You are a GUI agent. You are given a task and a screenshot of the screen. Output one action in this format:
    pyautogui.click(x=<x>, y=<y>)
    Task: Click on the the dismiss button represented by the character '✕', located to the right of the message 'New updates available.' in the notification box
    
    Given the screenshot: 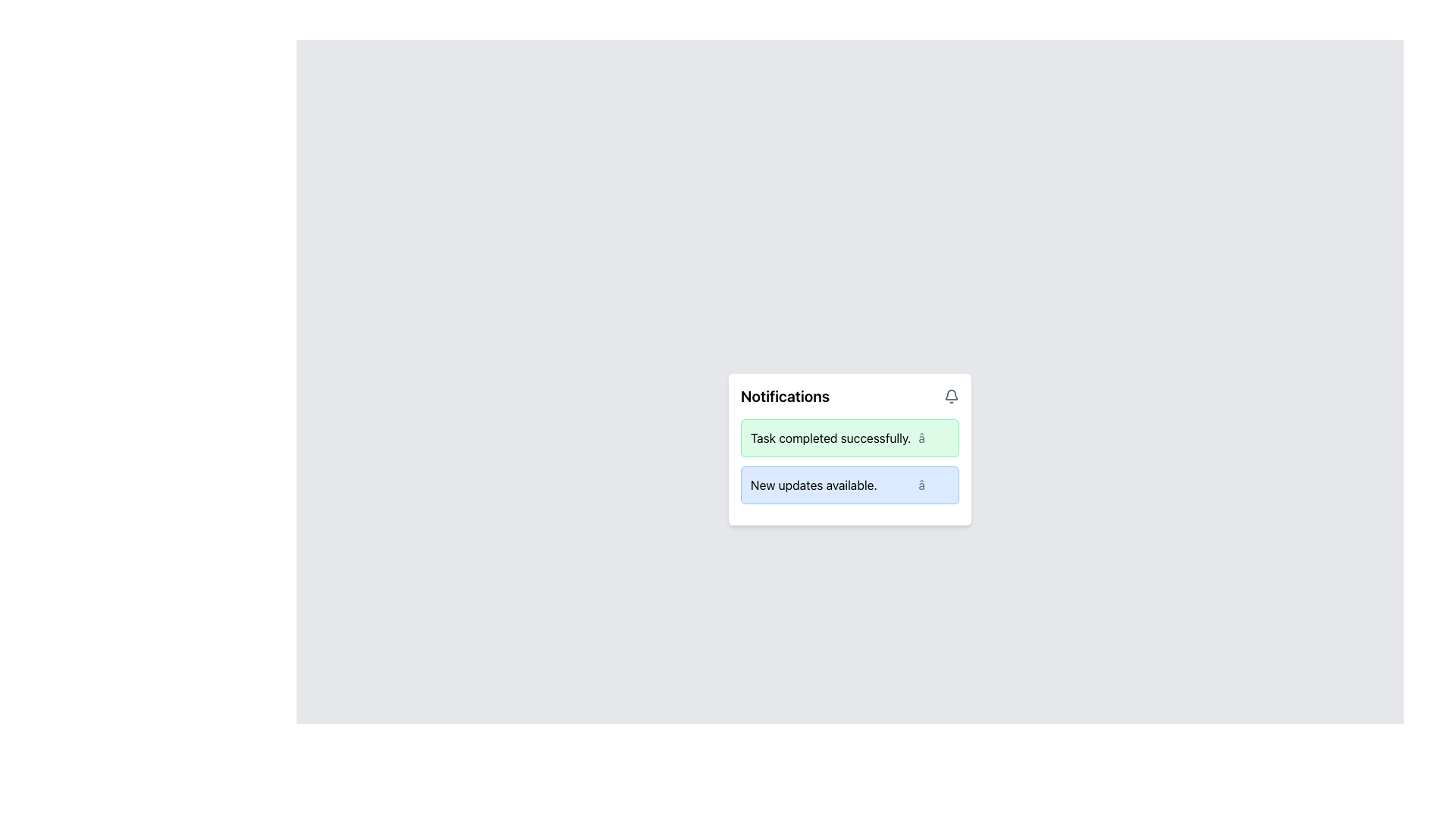 What is the action you would take?
    pyautogui.click(x=933, y=485)
    